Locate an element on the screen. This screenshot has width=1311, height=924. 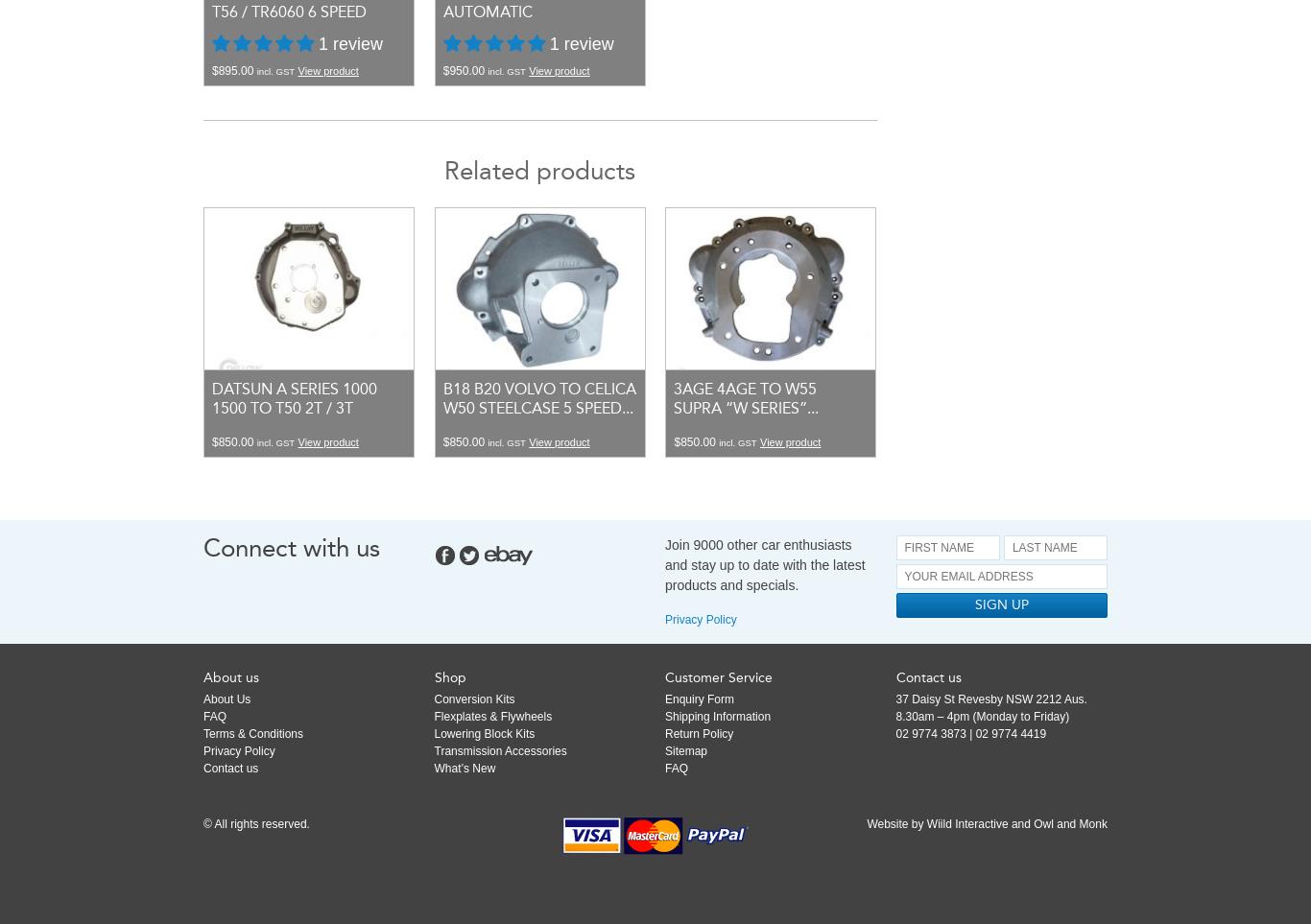
'Transmission Accessories' is located at coordinates (499, 751).